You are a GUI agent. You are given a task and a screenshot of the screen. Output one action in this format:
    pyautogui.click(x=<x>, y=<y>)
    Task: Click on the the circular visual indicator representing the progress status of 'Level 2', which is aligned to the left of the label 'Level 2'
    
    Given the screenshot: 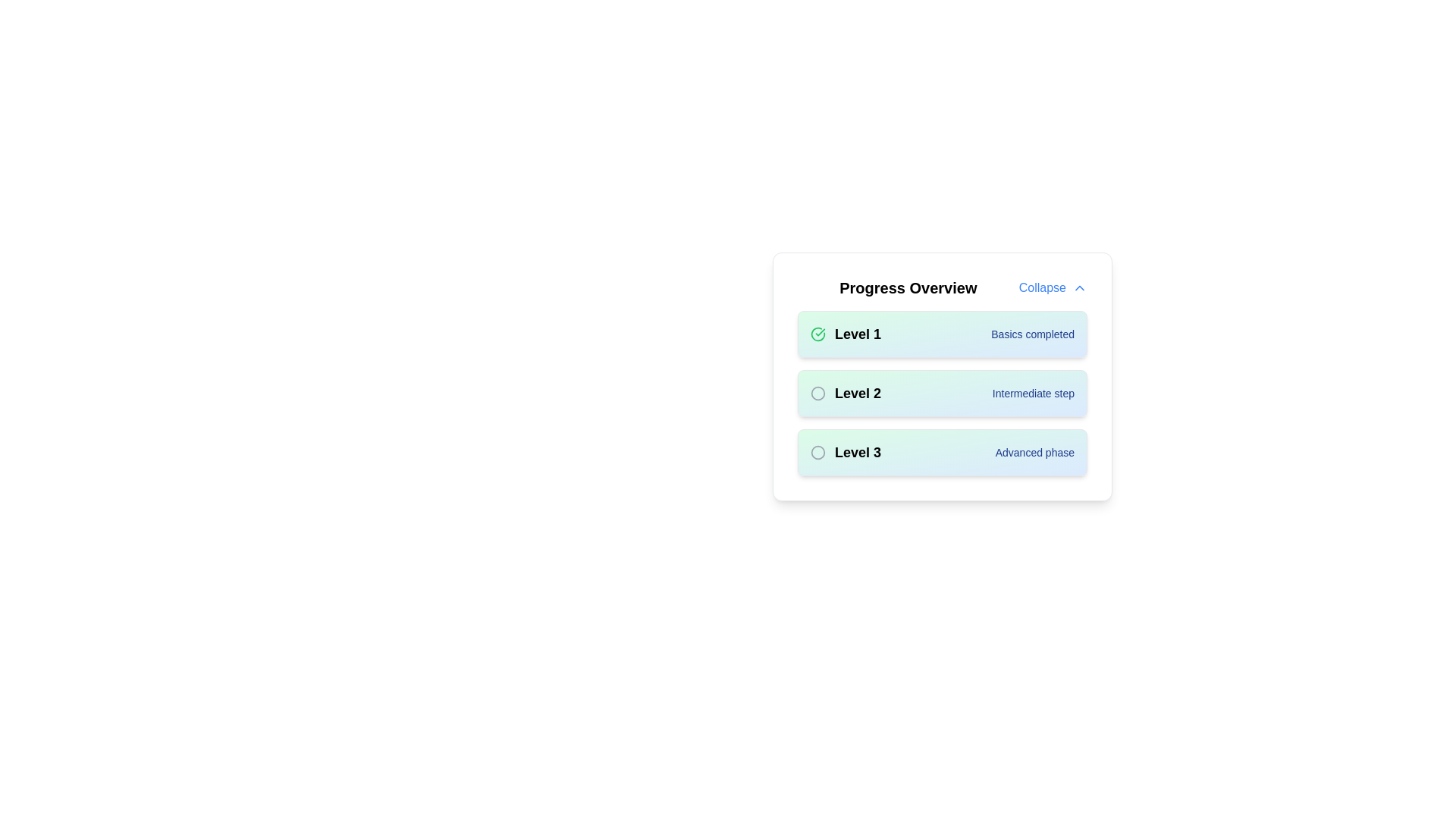 What is the action you would take?
    pyautogui.click(x=817, y=391)
    